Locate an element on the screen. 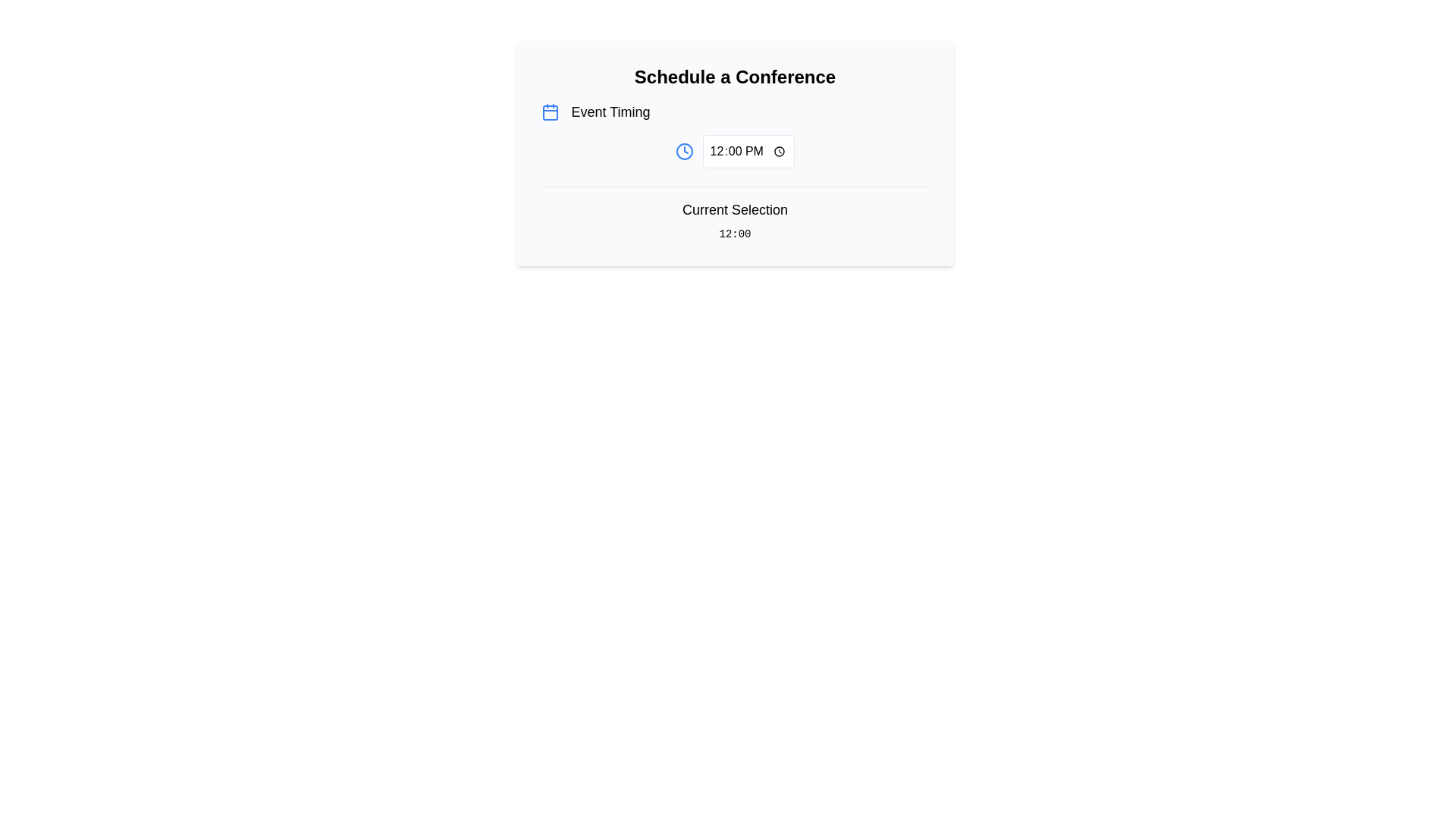 Image resolution: width=1456 pixels, height=819 pixels. the Time Input Field located in the 'Event Timing' section is located at coordinates (748, 152).